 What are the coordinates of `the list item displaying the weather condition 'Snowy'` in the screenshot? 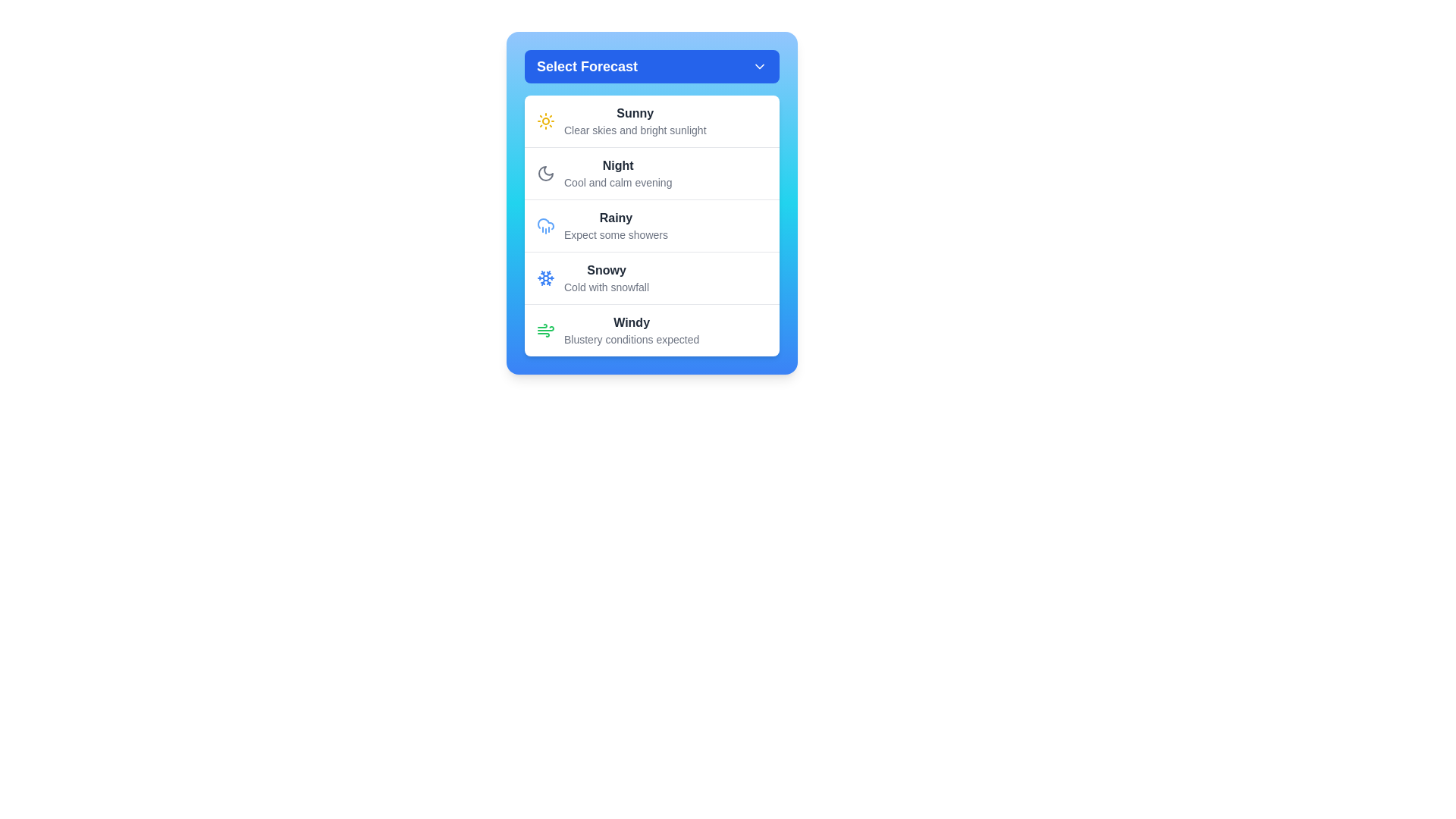 It's located at (651, 278).